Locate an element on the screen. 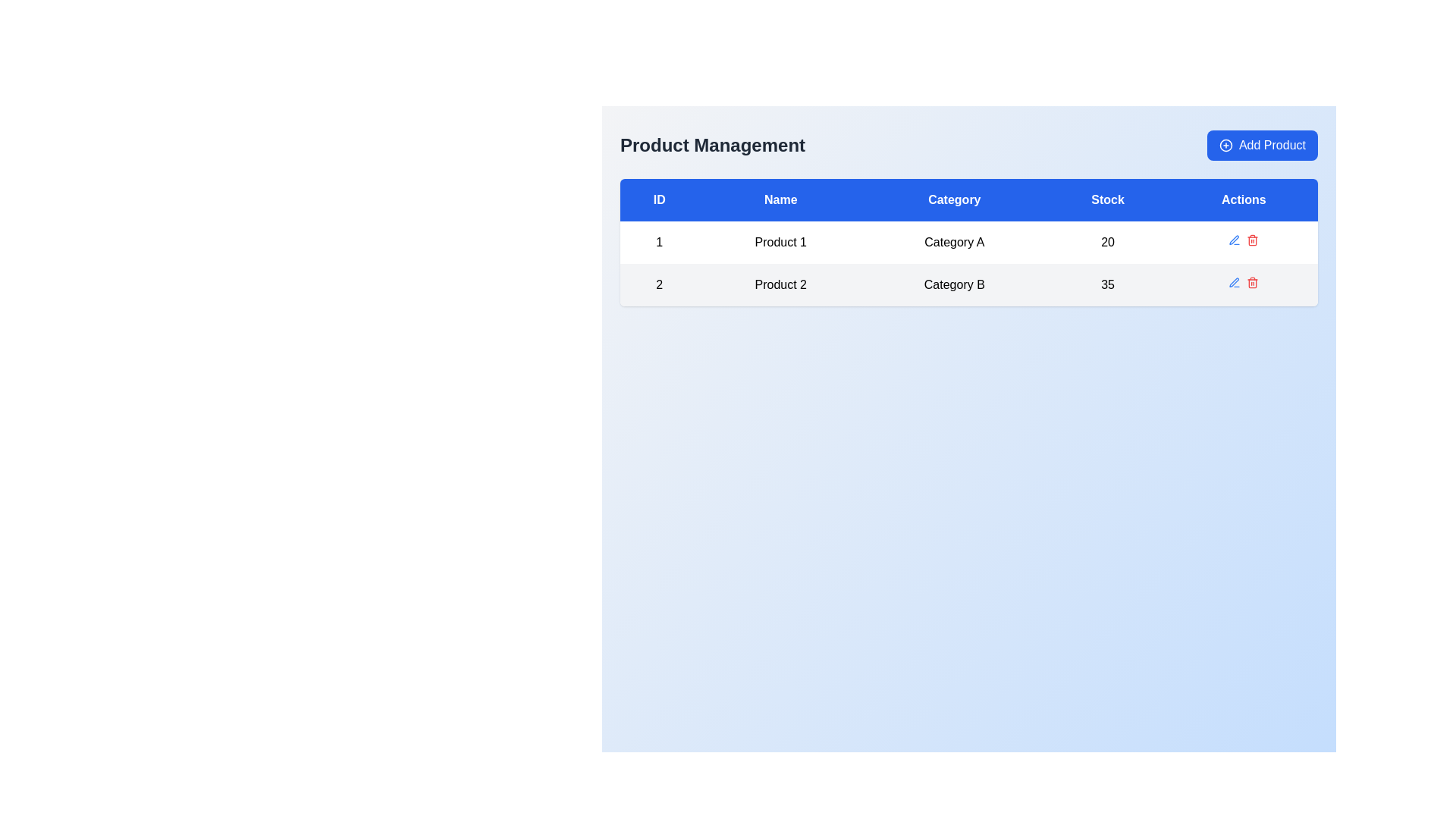  the delete icon located in the 'Actions' column of the second row of the table to initiate deletion is located at coordinates (1244, 284).